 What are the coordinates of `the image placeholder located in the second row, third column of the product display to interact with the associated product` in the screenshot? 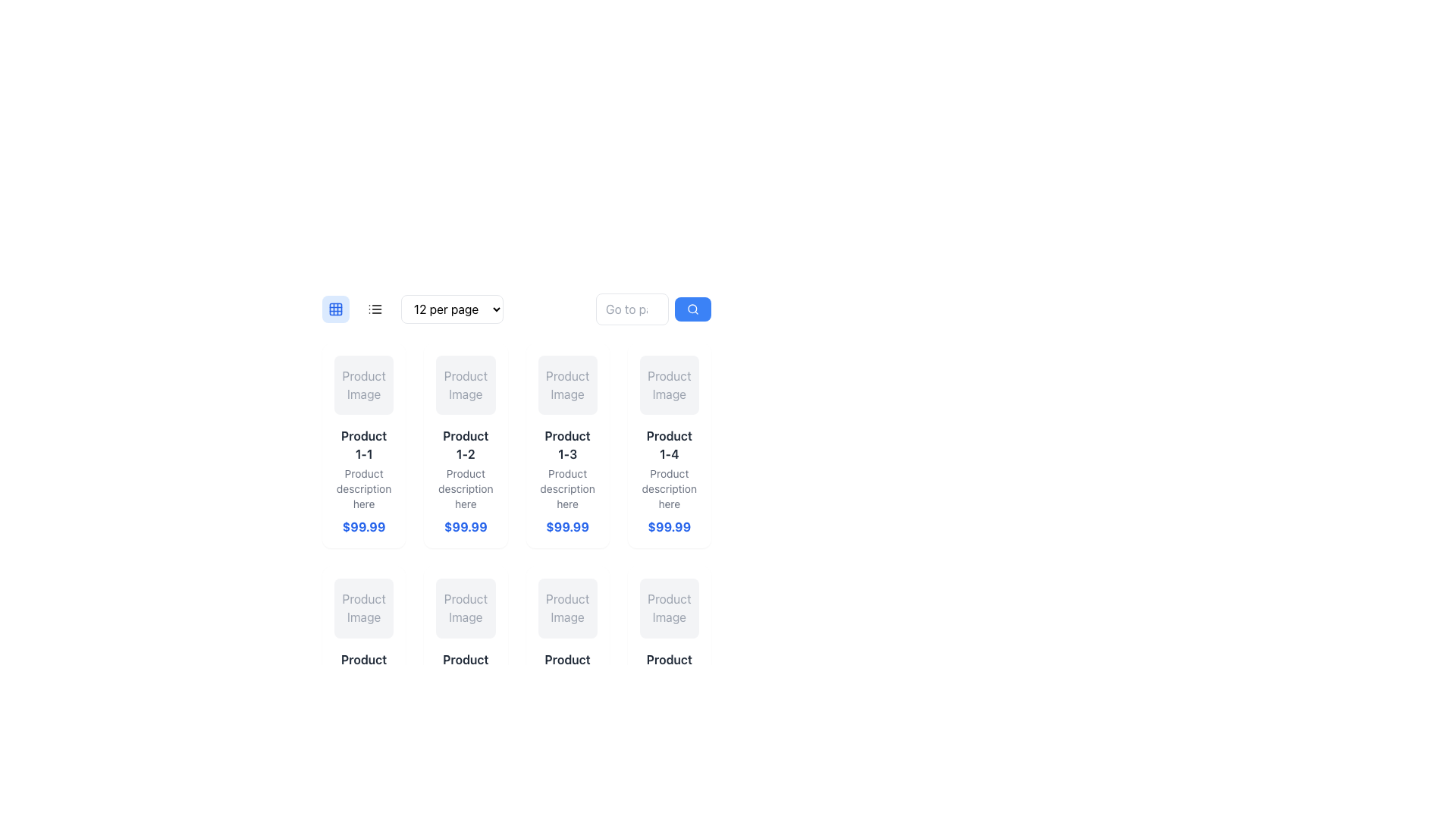 It's located at (566, 607).